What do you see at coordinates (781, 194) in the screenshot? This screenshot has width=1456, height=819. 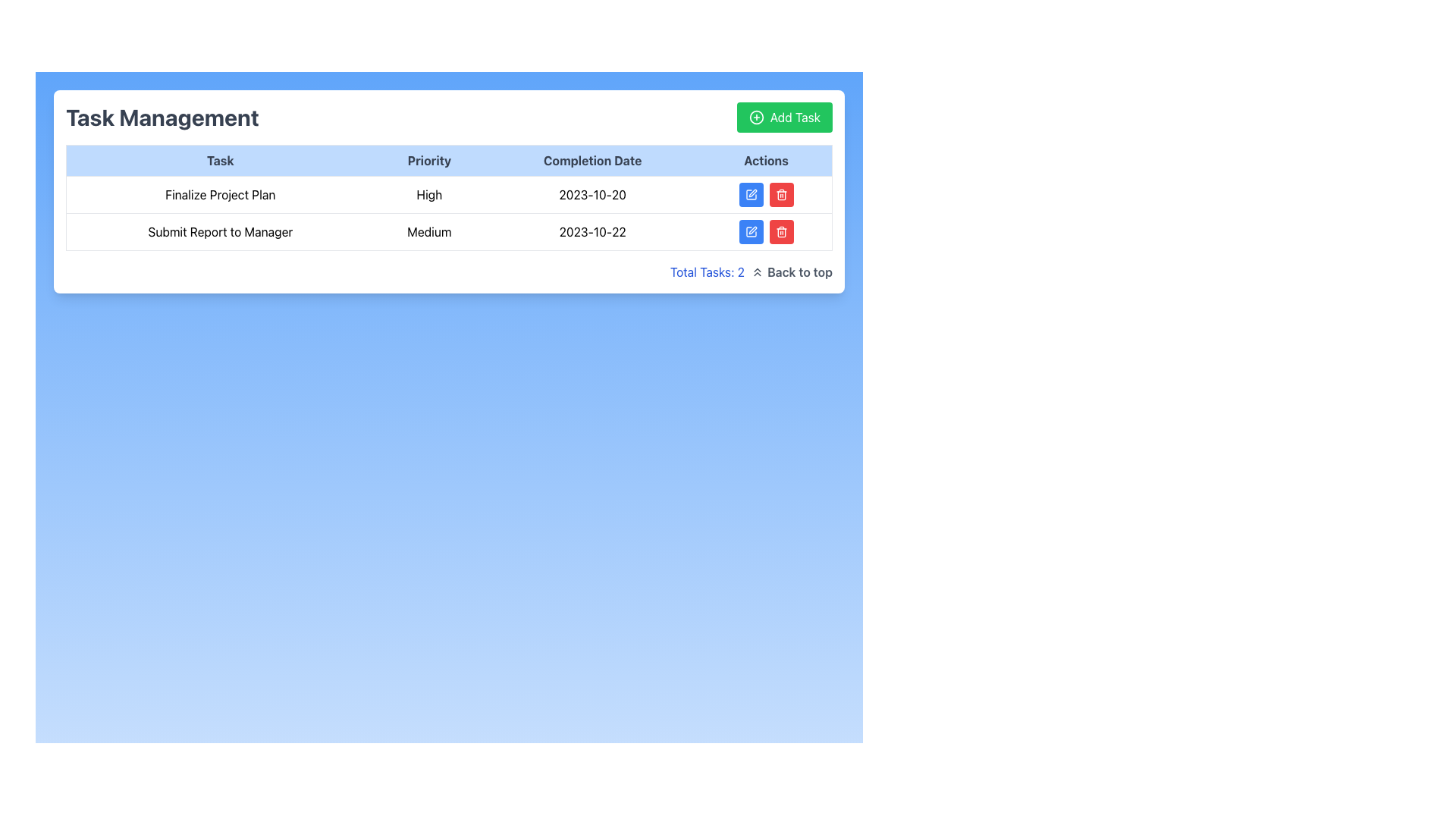 I see `the delete button located in the second column under the 'Actions' heading in the table, which is the second button in the action column for each row` at bounding box center [781, 194].